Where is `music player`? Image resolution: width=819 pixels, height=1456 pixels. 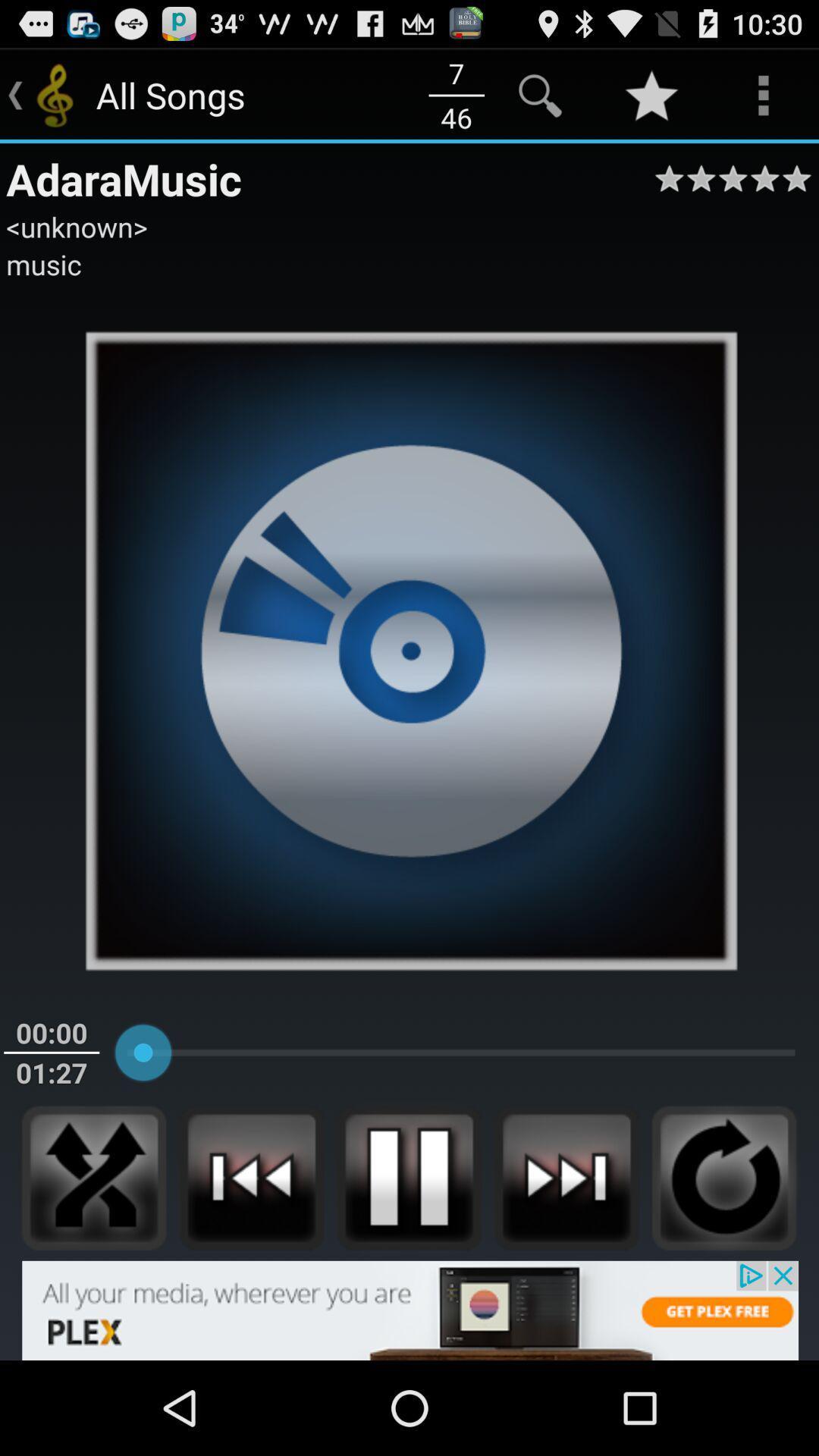
music player is located at coordinates (566, 1177).